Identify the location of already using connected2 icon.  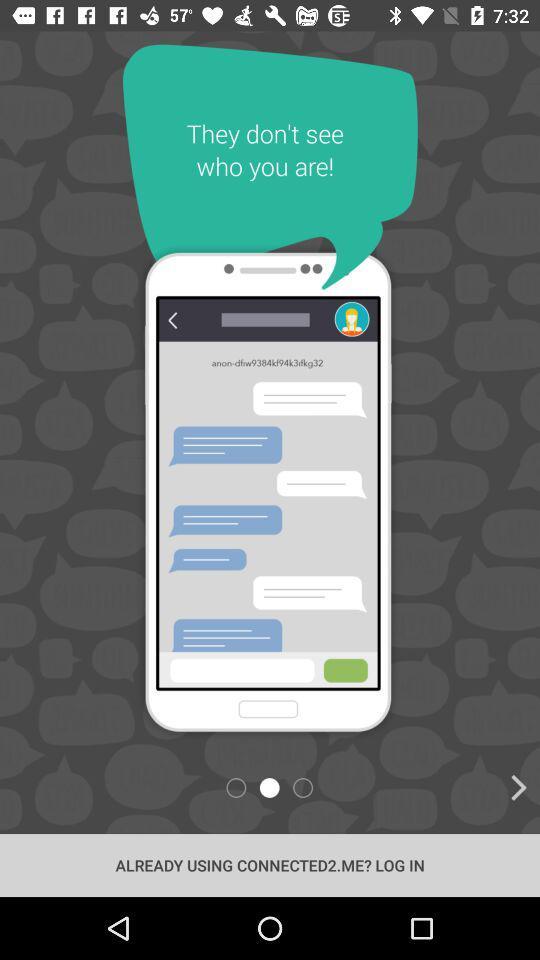
(270, 864).